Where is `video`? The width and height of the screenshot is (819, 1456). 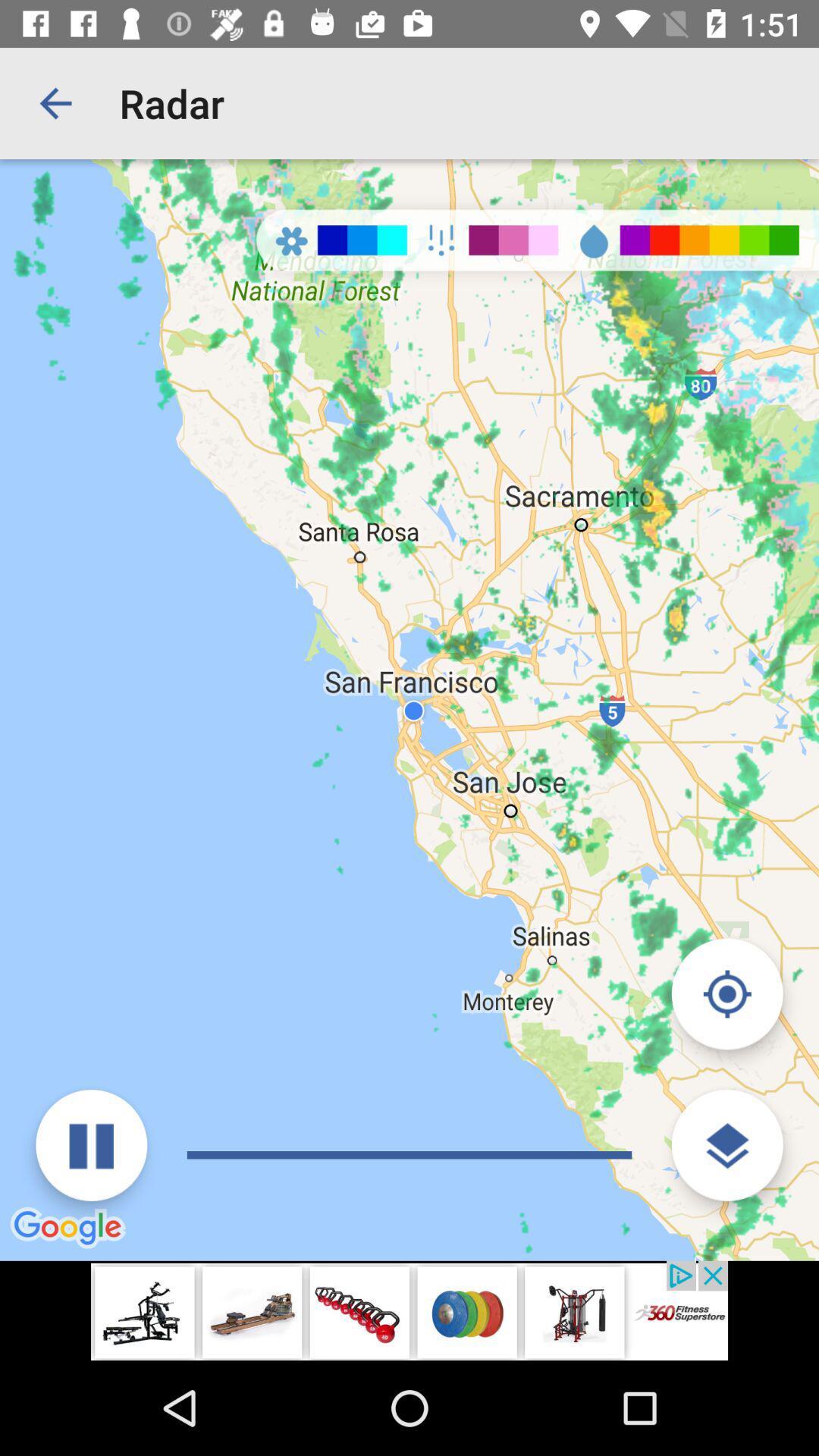 video is located at coordinates (91, 1145).